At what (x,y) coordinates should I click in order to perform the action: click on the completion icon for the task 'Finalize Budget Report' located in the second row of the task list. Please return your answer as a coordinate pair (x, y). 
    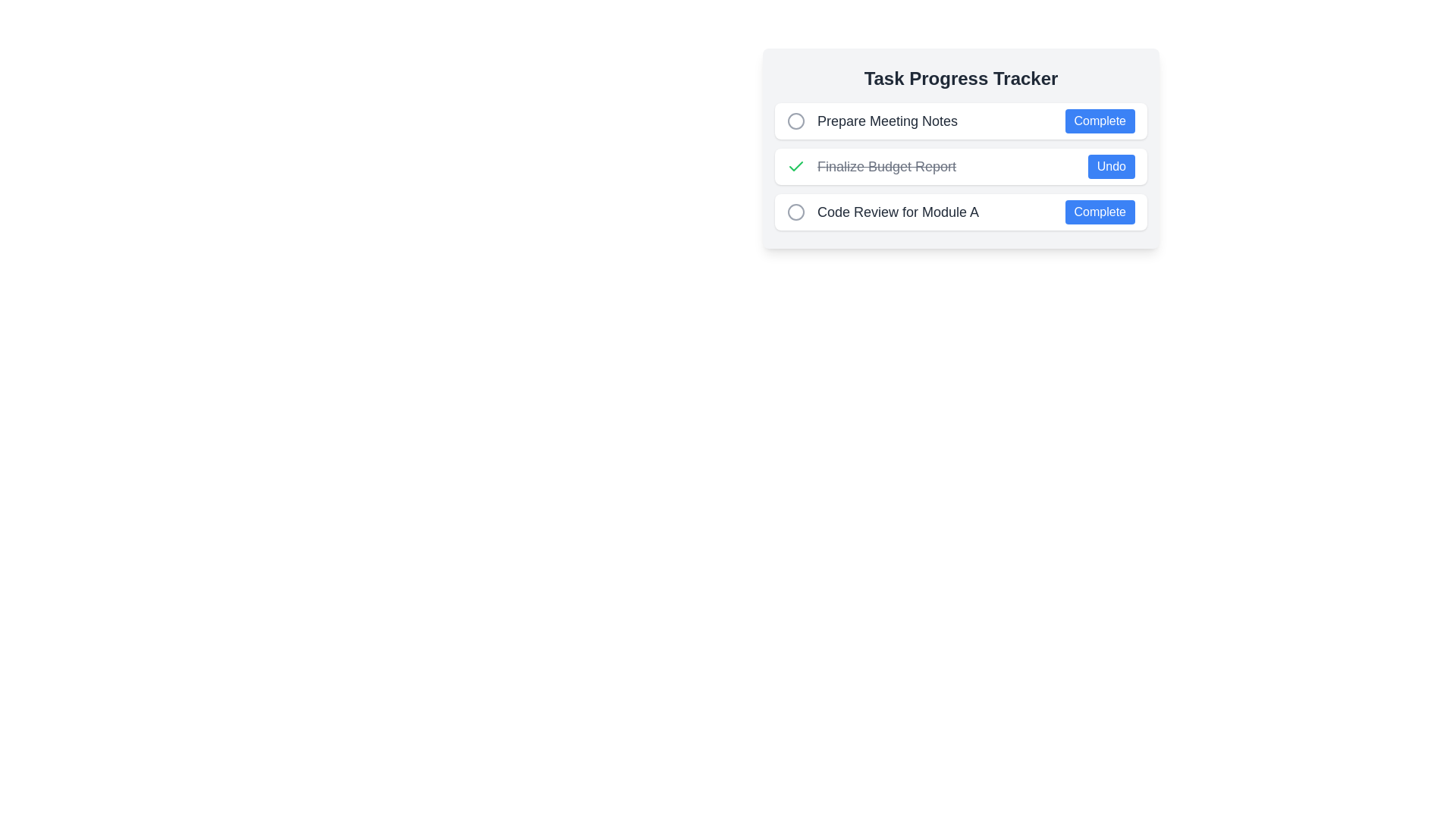
    Looking at the image, I should click on (795, 166).